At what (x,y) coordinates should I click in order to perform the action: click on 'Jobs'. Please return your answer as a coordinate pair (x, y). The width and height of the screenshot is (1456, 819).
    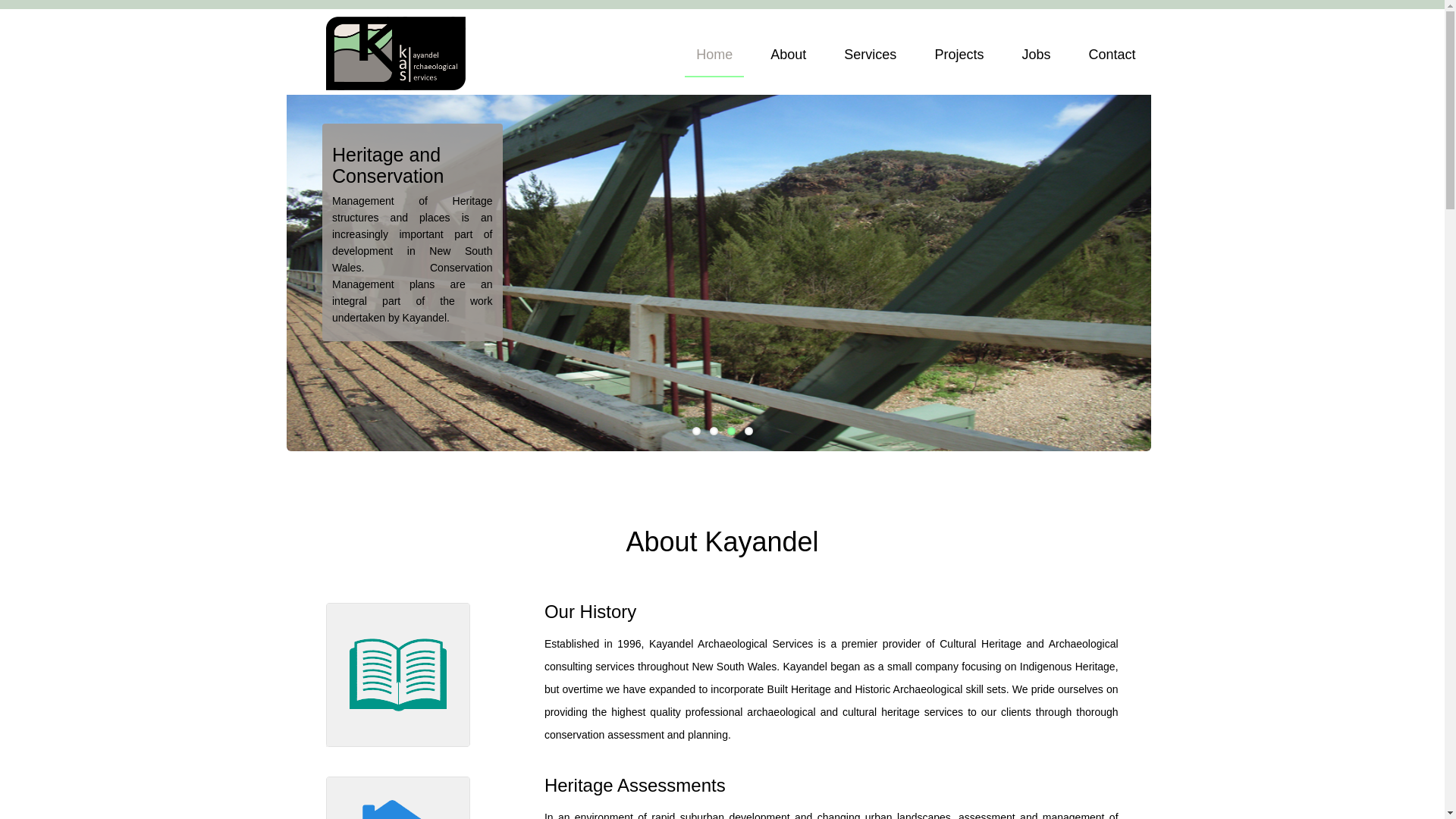
    Looking at the image, I should click on (1035, 58).